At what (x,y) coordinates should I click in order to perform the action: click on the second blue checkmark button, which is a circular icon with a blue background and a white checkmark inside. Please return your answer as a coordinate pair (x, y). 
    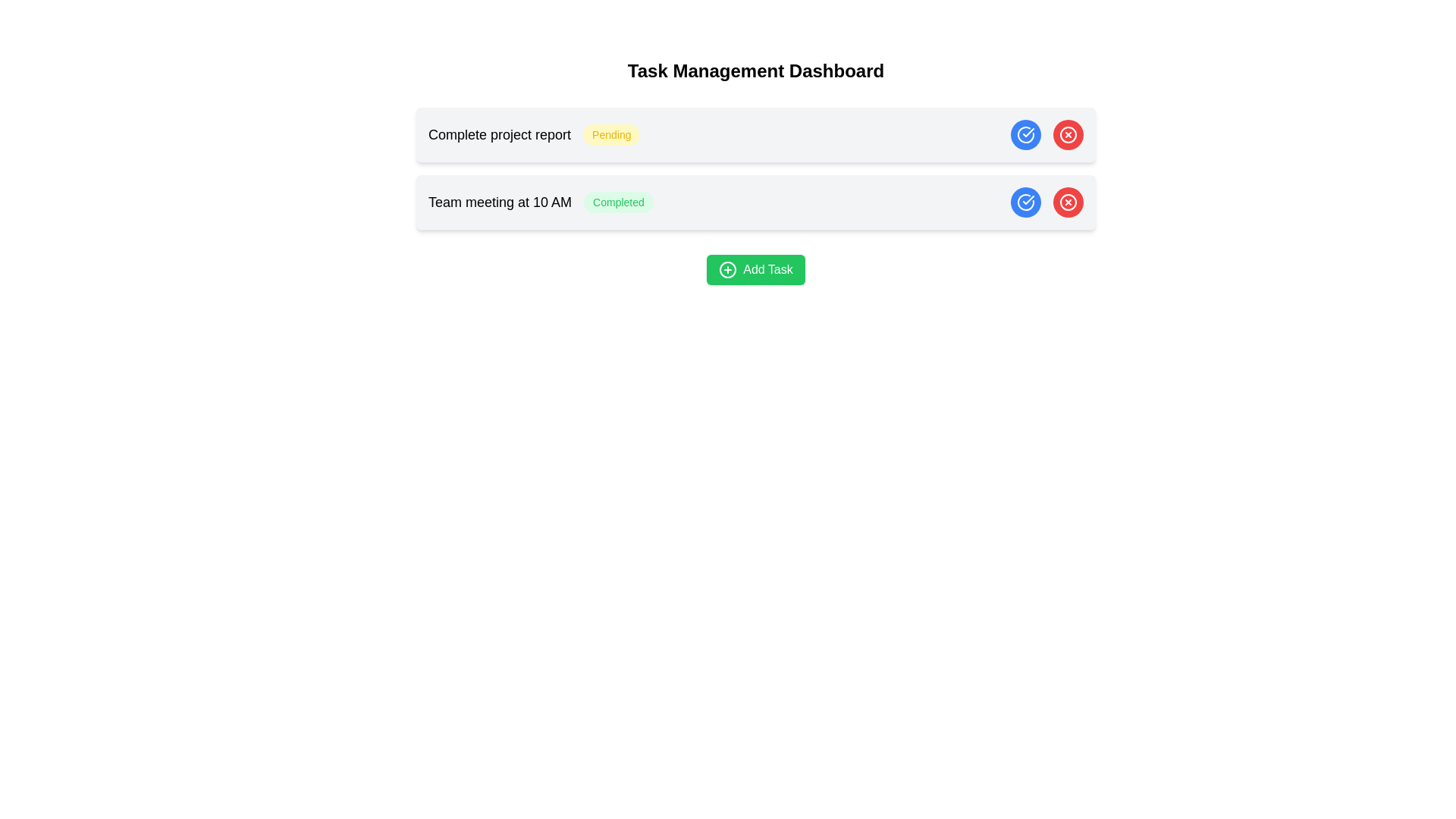
    Looking at the image, I should click on (1026, 201).